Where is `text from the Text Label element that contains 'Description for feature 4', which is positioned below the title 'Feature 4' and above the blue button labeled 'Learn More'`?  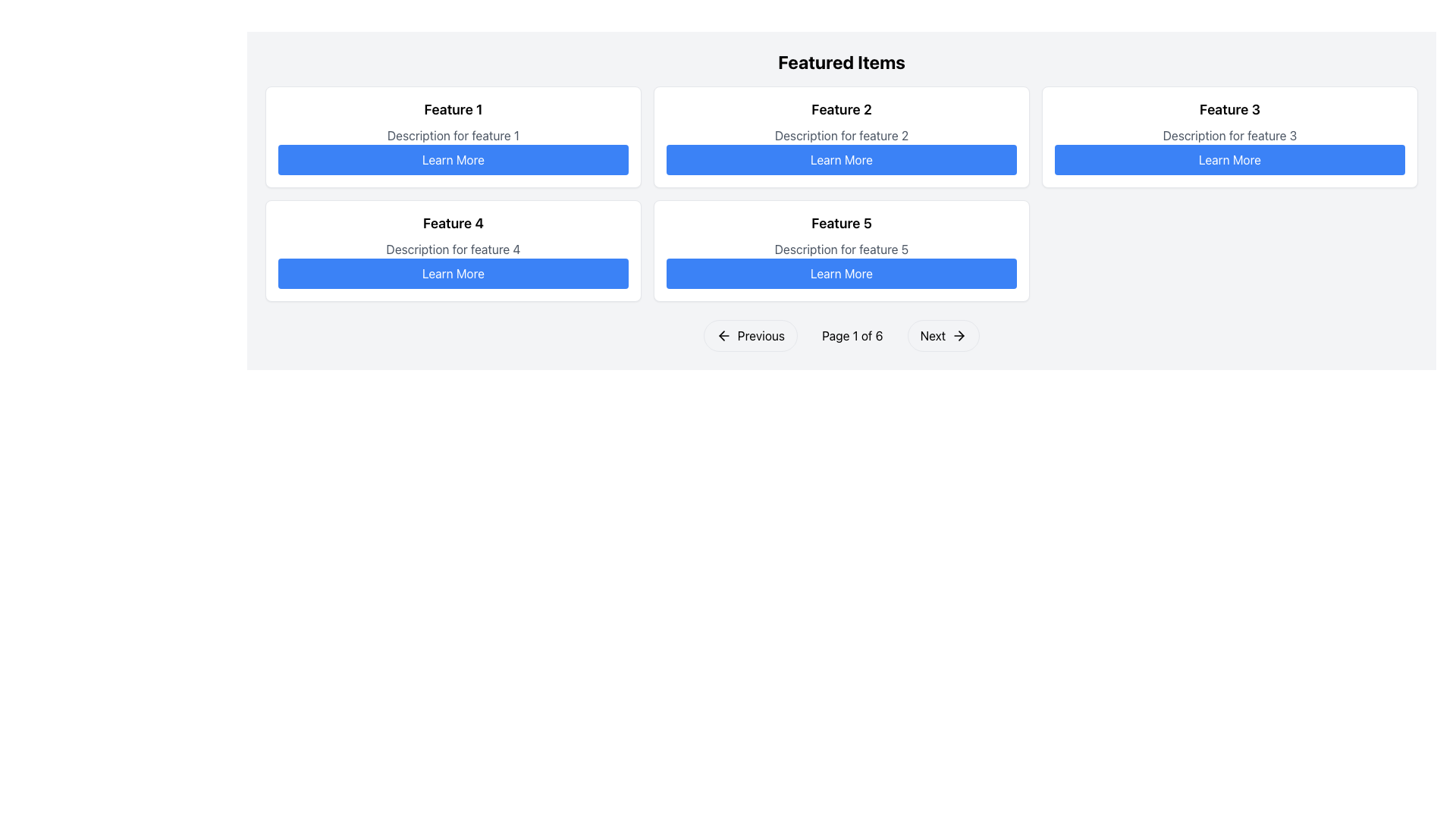 text from the Text Label element that contains 'Description for feature 4', which is positioned below the title 'Feature 4' and above the blue button labeled 'Learn More' is located at coordinates (453, 248).